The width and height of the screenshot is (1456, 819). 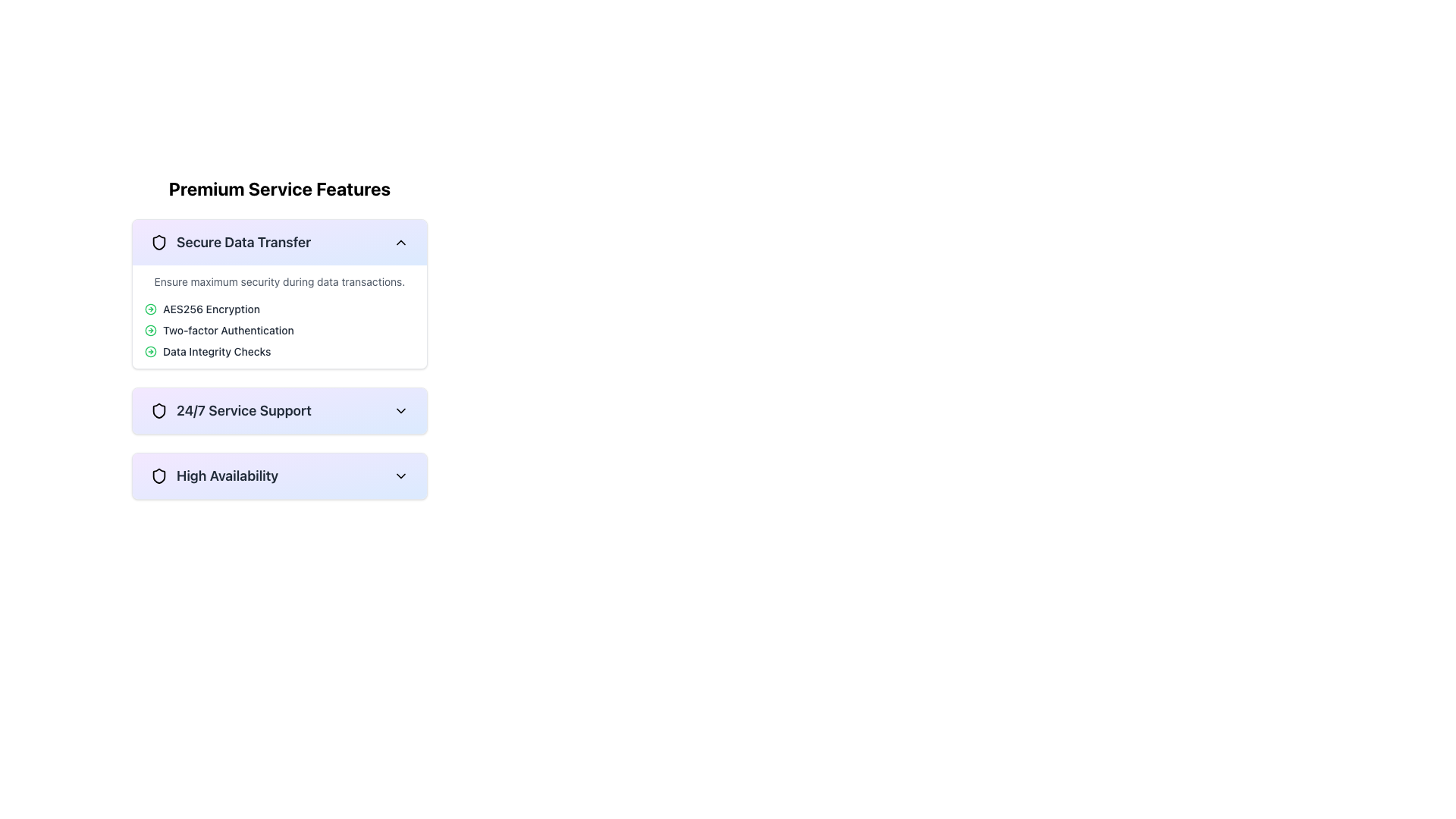 I want to click on the 'Secure Data Transfer' text label, so click(x=243, y=242).